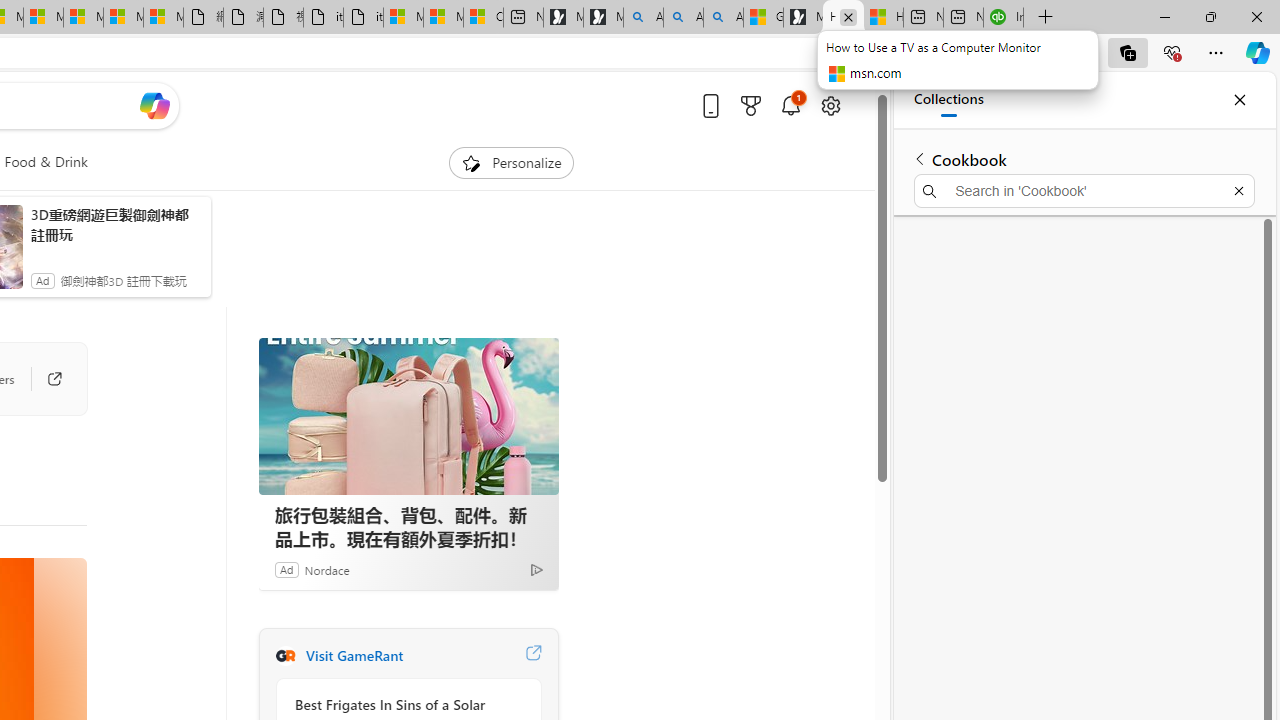 Image resolution: width=1280 pixels, height=720 pixels. I want to click on 'Consumer Health Data Privacy Policy', so click(483, 17).